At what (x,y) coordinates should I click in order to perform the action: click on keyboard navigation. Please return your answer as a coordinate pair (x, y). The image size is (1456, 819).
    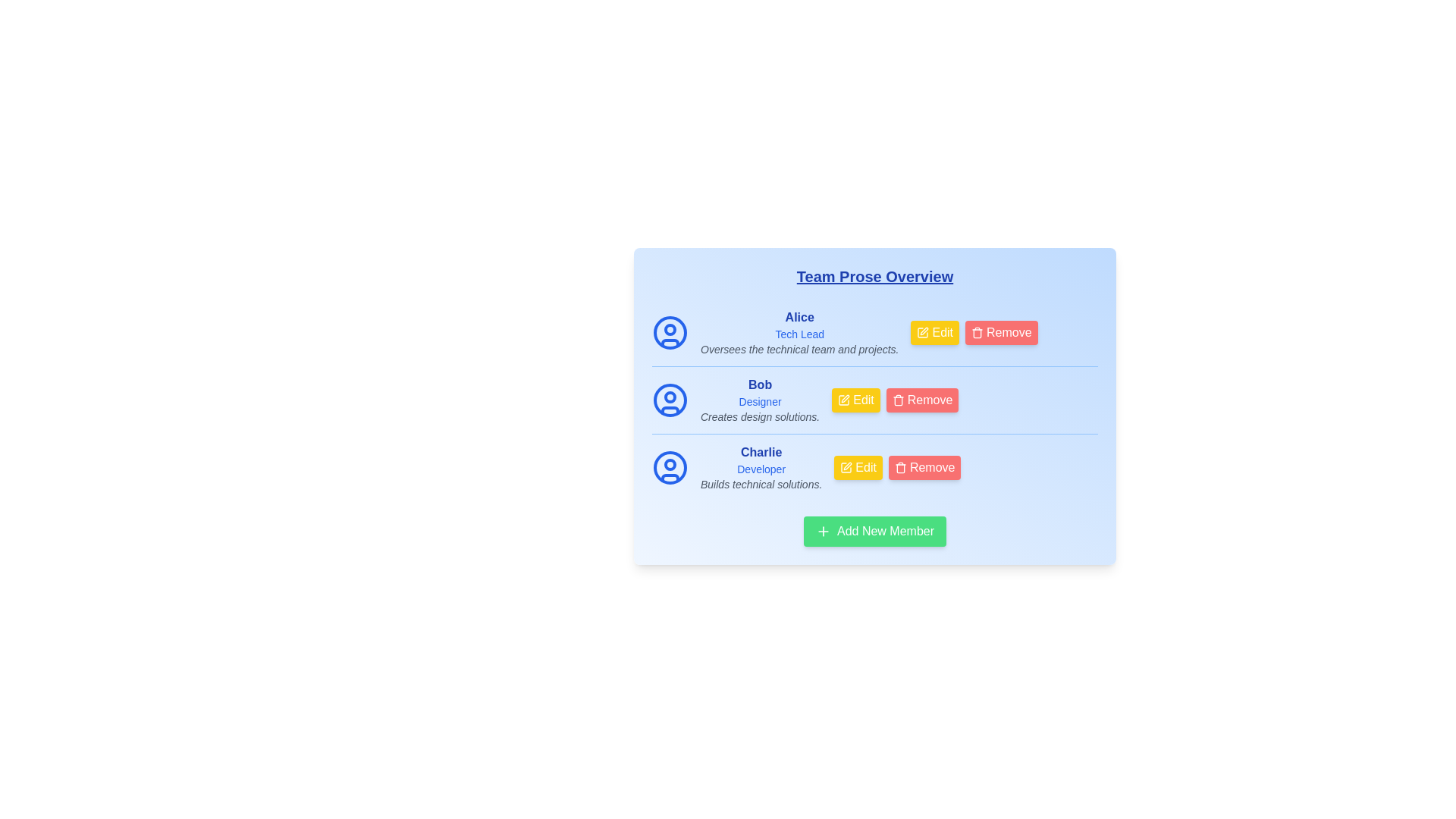
    Looking at the image, I should click on (874, 406).